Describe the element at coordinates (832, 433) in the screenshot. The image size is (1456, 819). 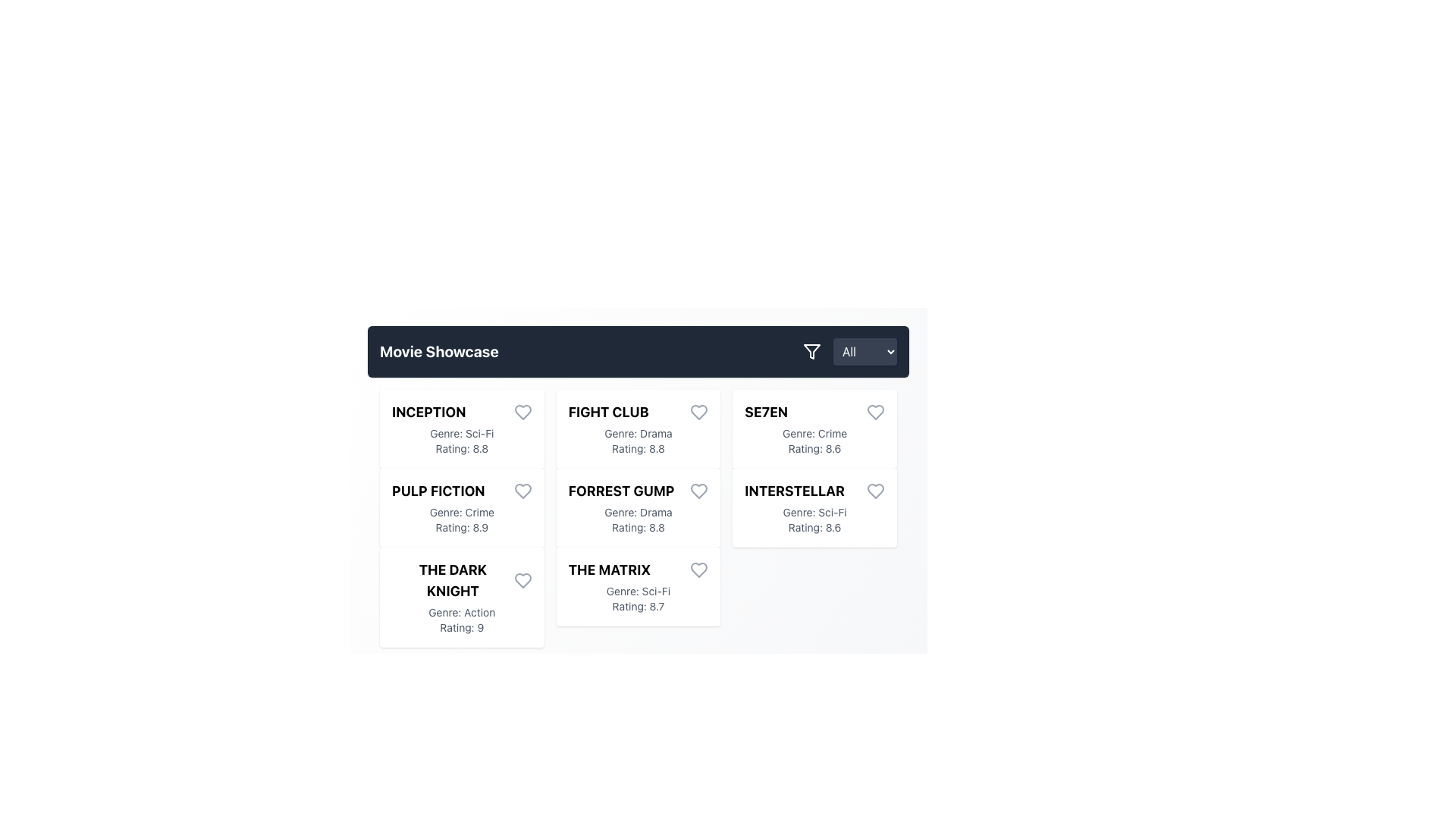
I see `the text label 'Crime' found in the Genre section of the movie card for 'SE7EN', which is visually styled in a standard font and located directly below the movie title` at that location.